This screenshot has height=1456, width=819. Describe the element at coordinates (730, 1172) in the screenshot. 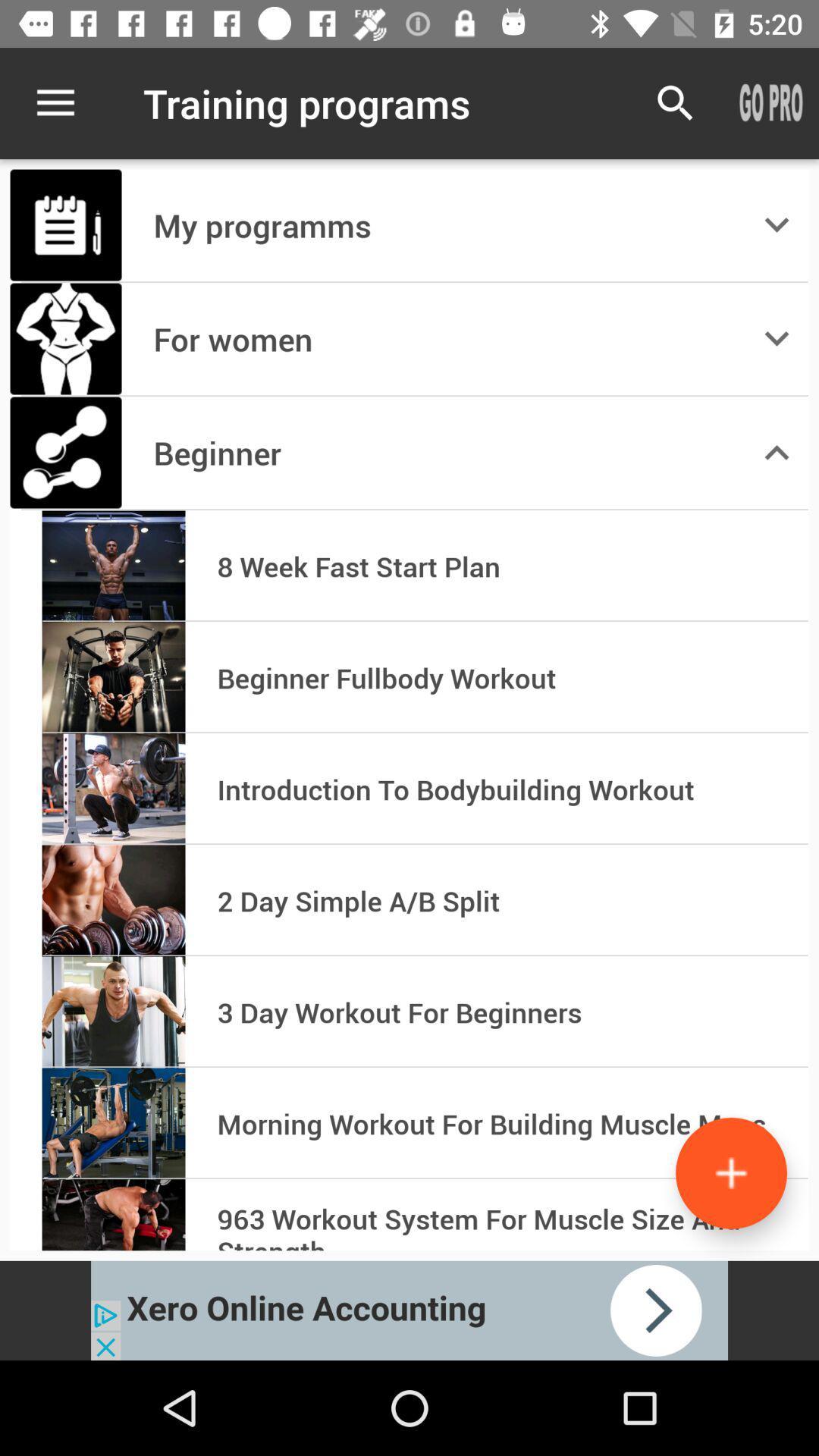

I see `the add icon` at that location.